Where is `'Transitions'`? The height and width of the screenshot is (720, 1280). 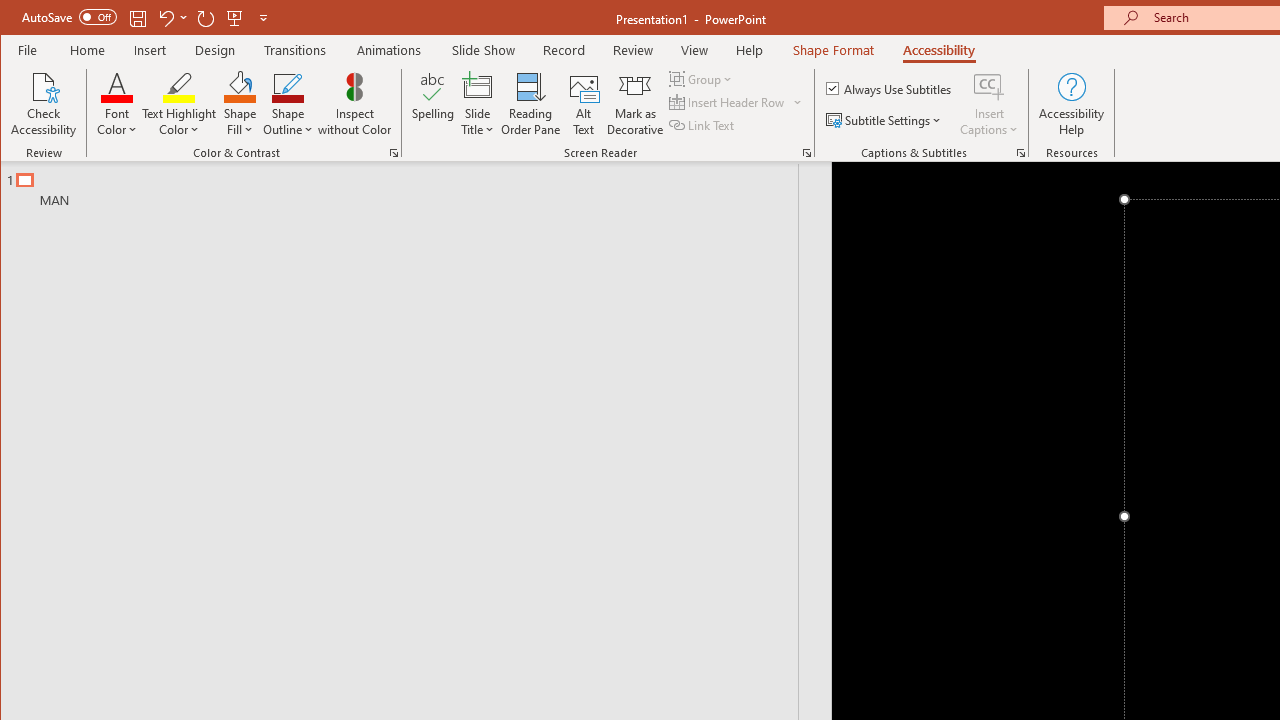
'Transitions' is located at coordinates (294, 49).